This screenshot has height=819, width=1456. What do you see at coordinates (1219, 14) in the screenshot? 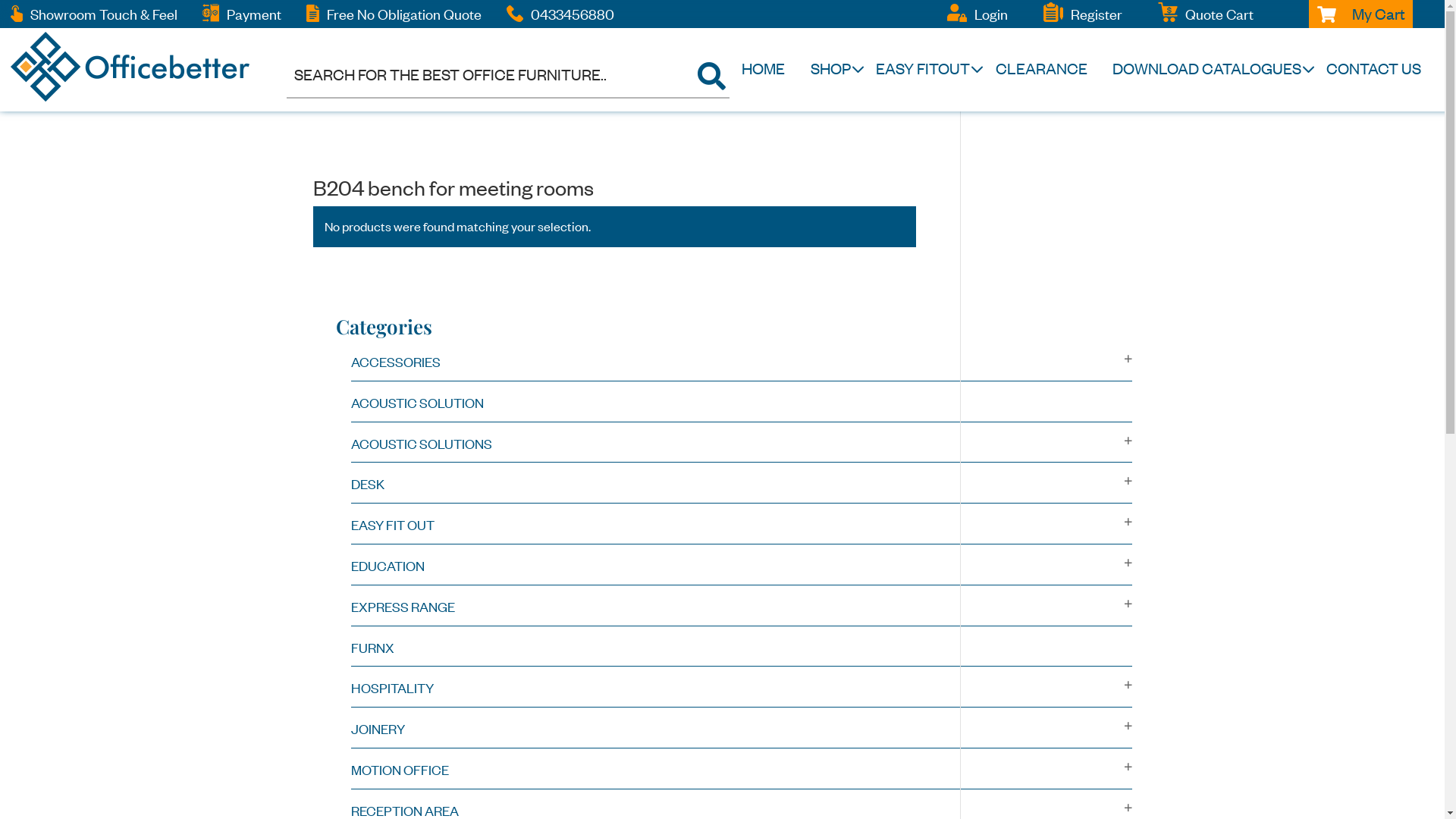
I see `'Quote Cart'` at bounding box center [1219, 14].